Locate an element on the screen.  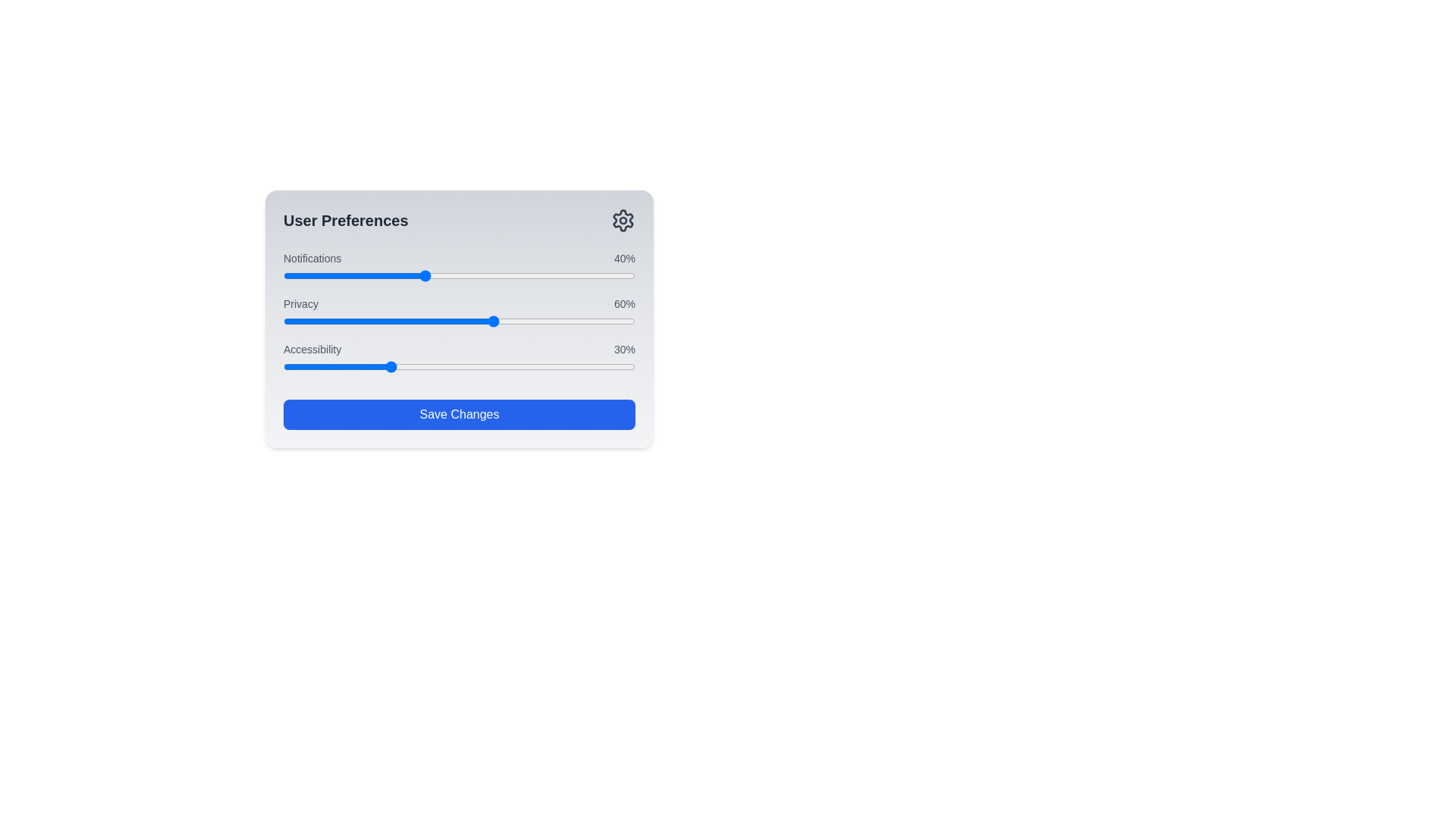
the settings icon located at the top-right corner of the component is located at coordinates (623, 220).